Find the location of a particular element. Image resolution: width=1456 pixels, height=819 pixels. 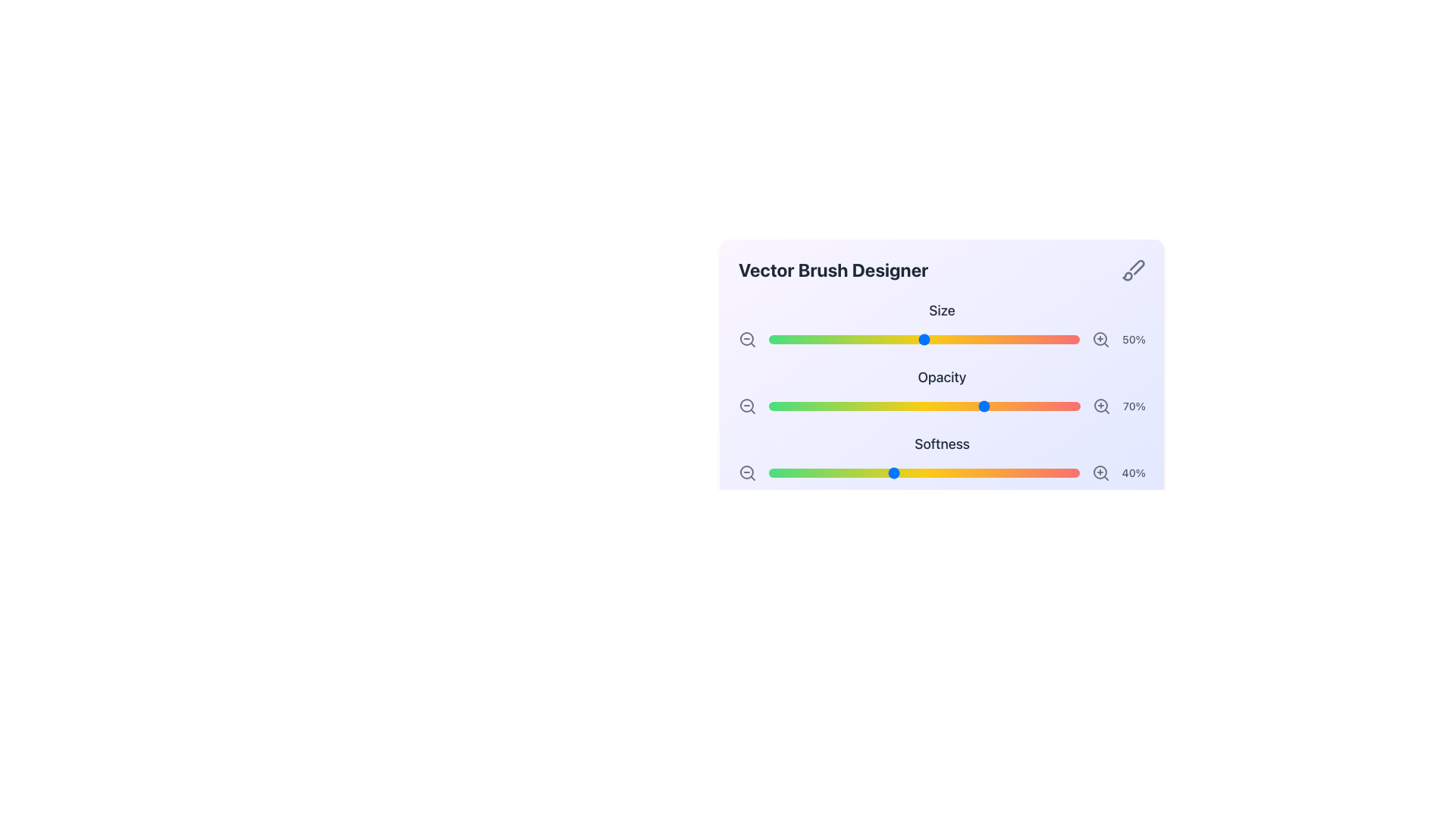

opacity is located at coordinates (1015, 406).